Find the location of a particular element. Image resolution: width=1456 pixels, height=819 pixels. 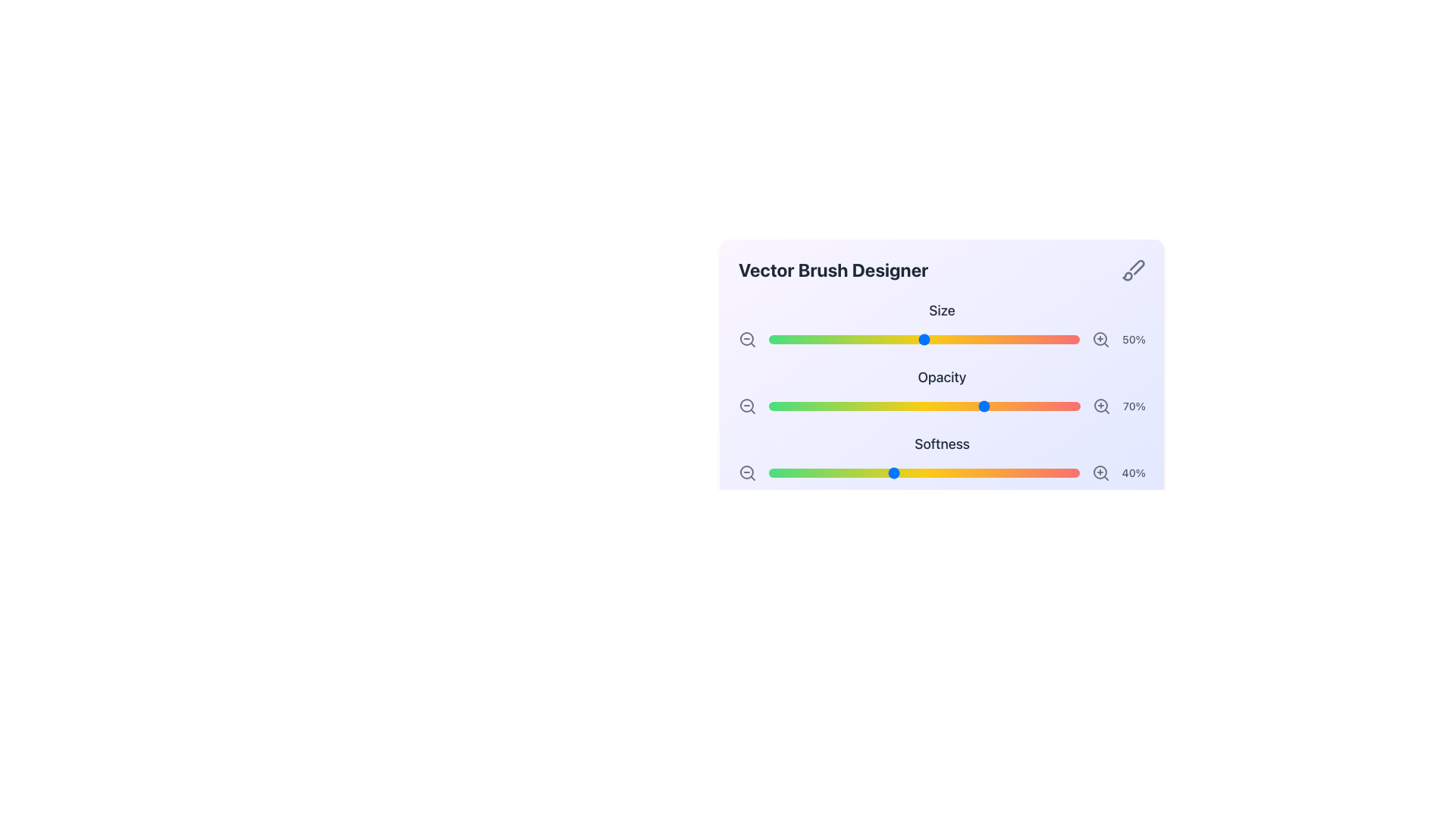

opacity is located at coordinates (1015, 406).